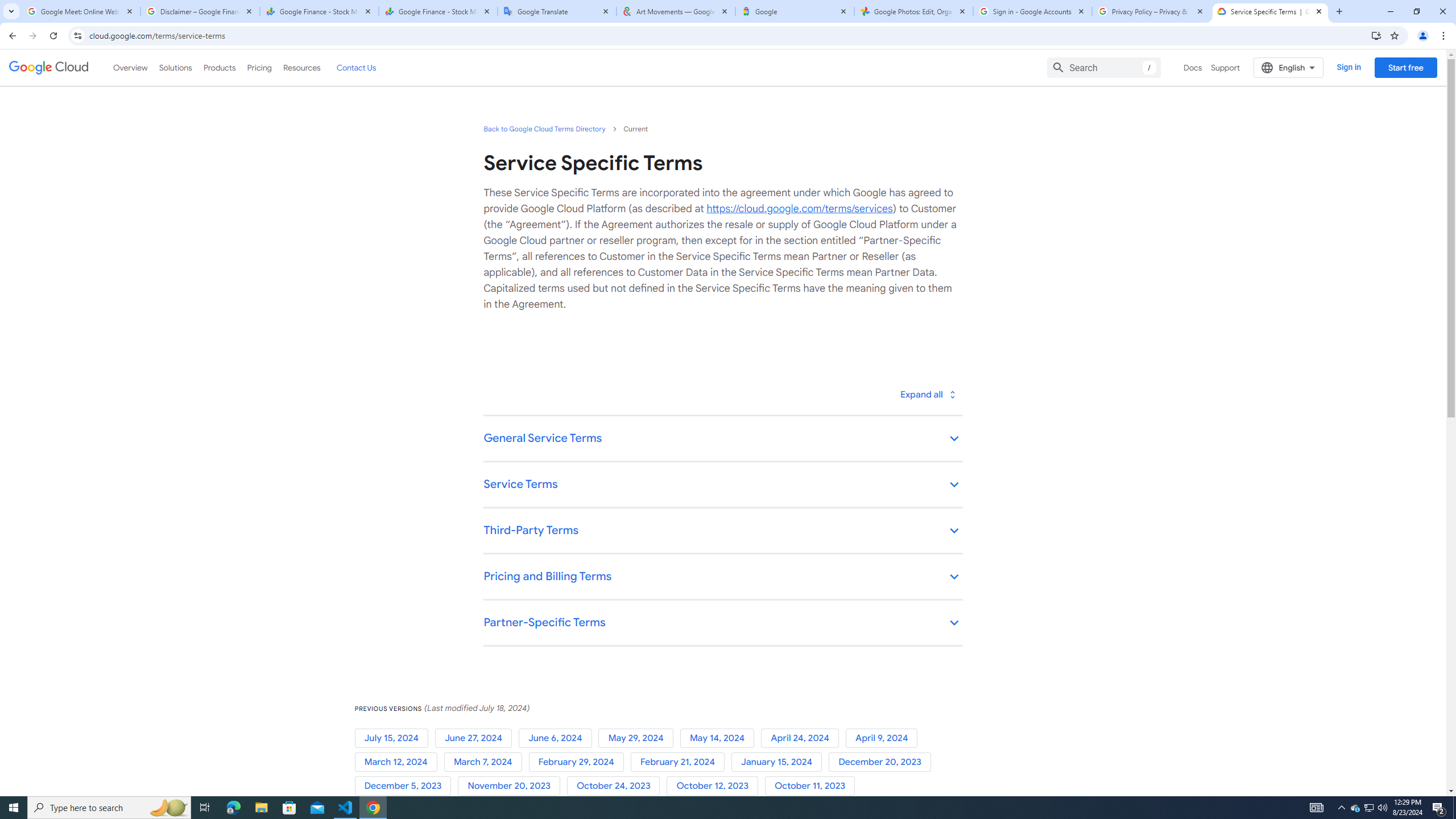 The width and height of the screenshot is (1456, 819). What do you see at coordinates (1405, 67) in the screenshot?
I see `'Start free'` at bounding box center [1405, 67].